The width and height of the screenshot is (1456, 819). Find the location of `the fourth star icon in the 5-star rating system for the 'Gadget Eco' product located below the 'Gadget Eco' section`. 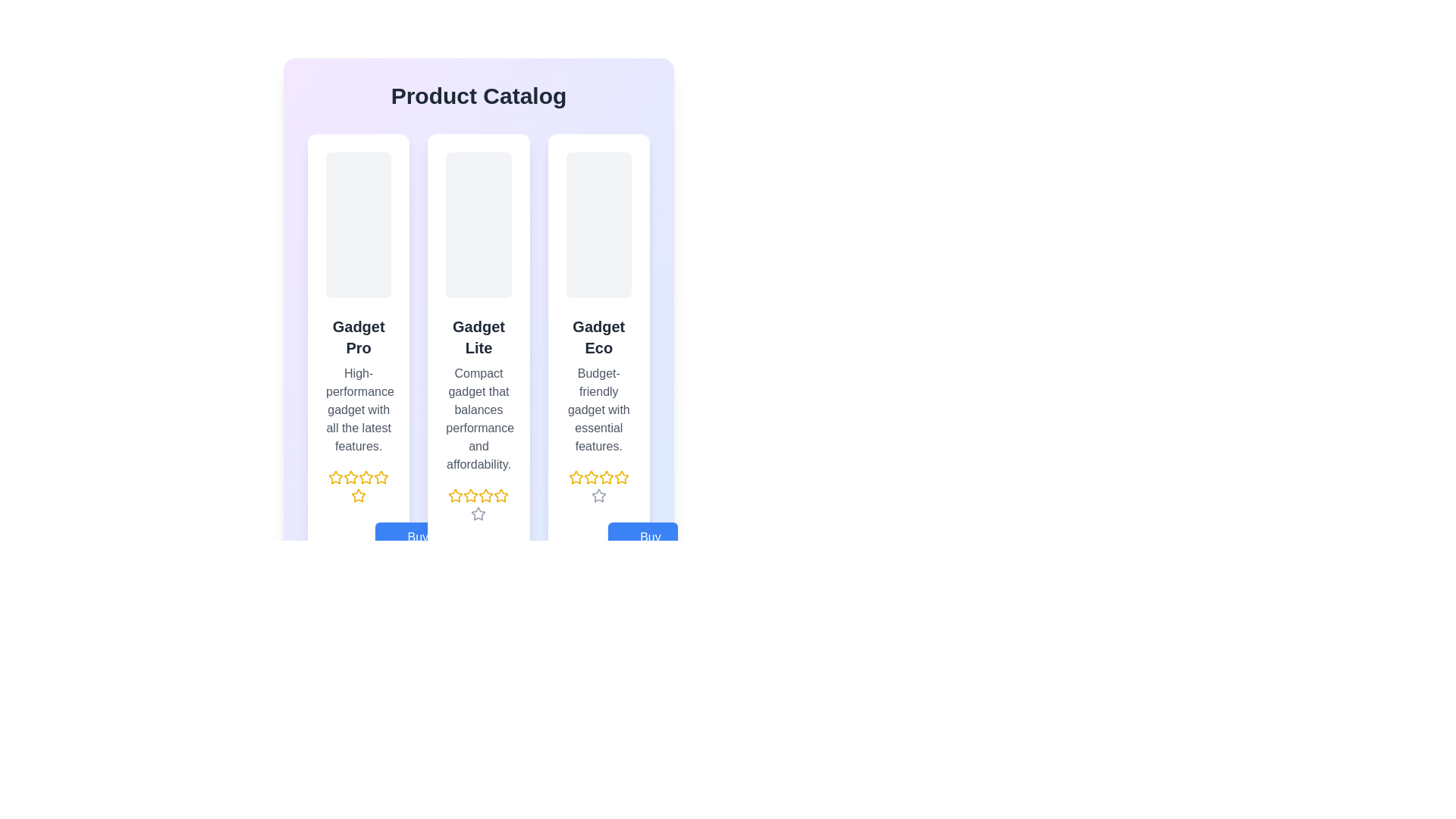

the fourth star icon in the 5-star rating system for the 'Gadget Eco' product located below the 'Gadget Eco' section is located at coordinates (605, 476).